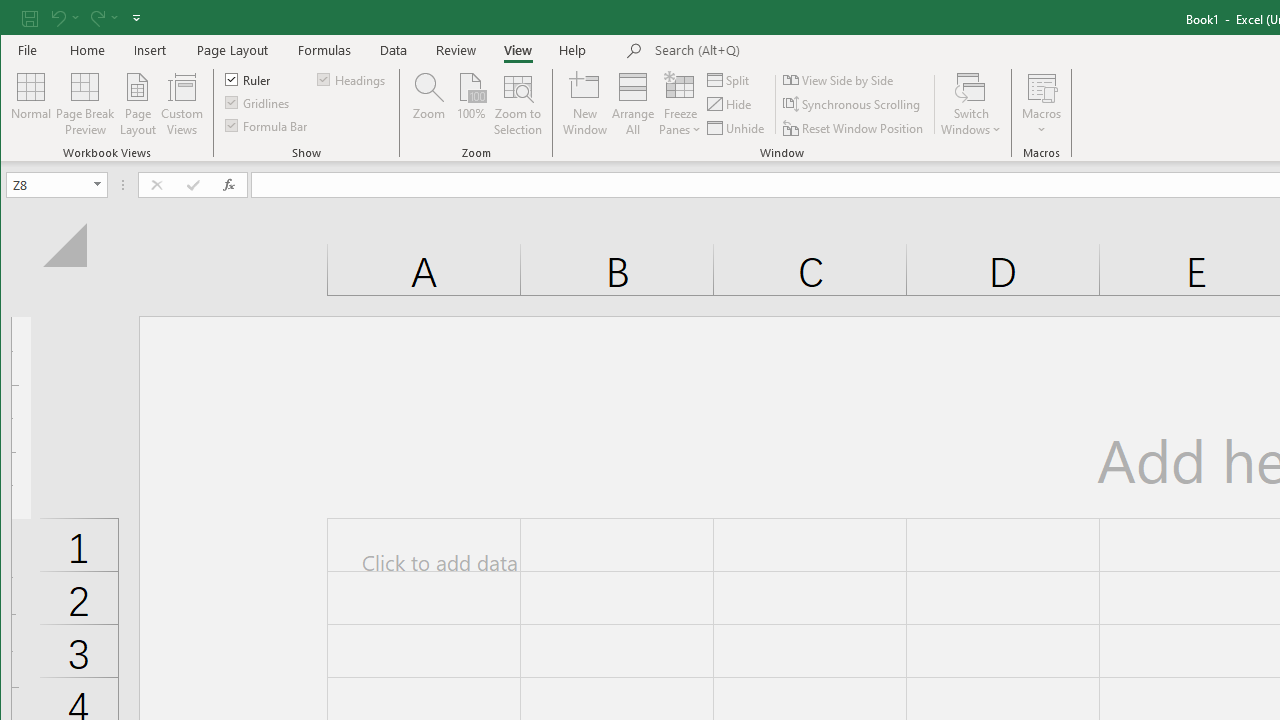  I want to click on 'Ruler', so click(247, 78).